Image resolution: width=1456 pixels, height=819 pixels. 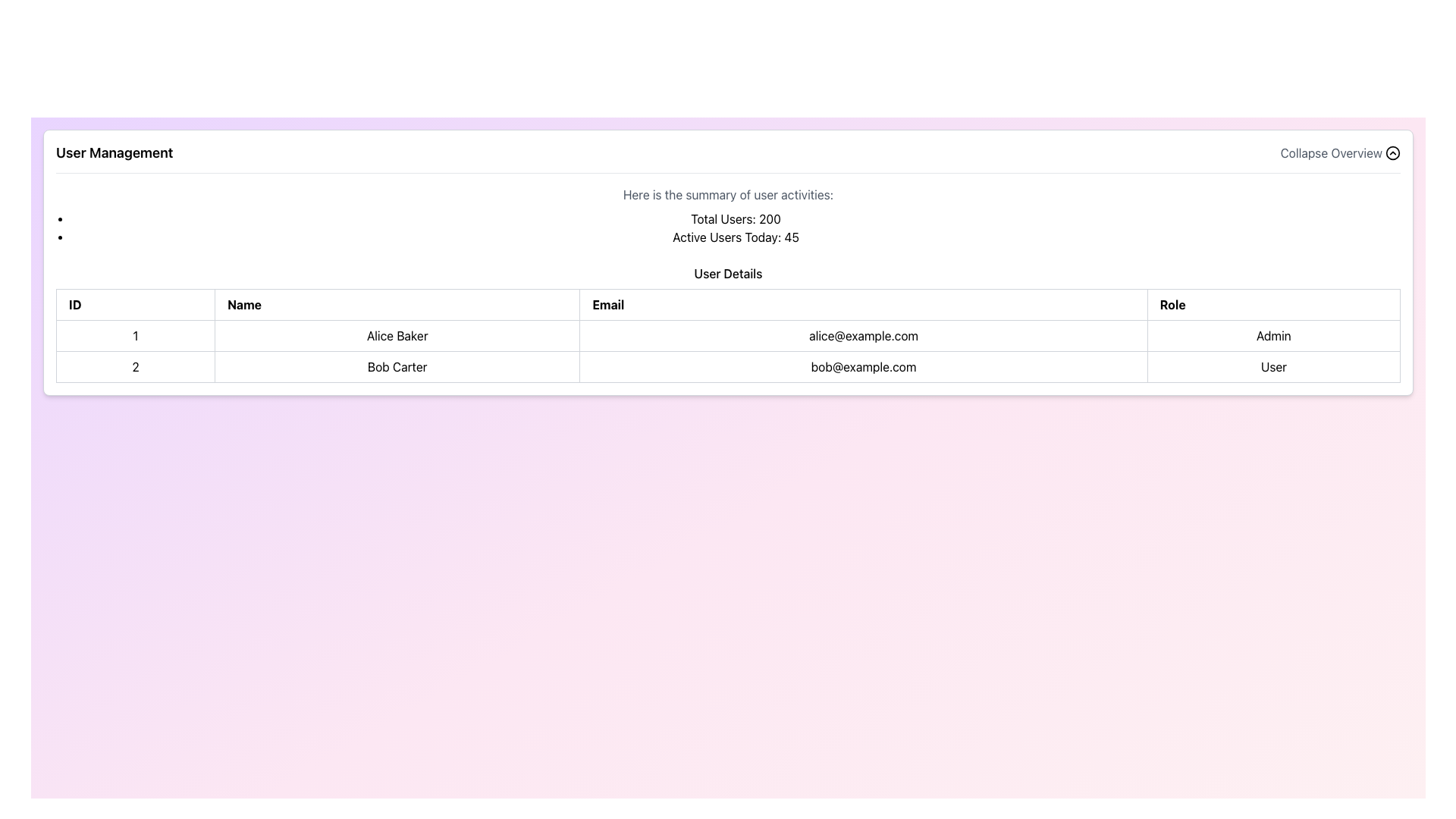 What do you see at coordinates (728, 366) in the screenshot?
I see `the second row of the 'User Details' section table, which contains the cells with '2', 'Bob Carter', 'bob@example.com', and 'User'` at bounding box center [728, 366].